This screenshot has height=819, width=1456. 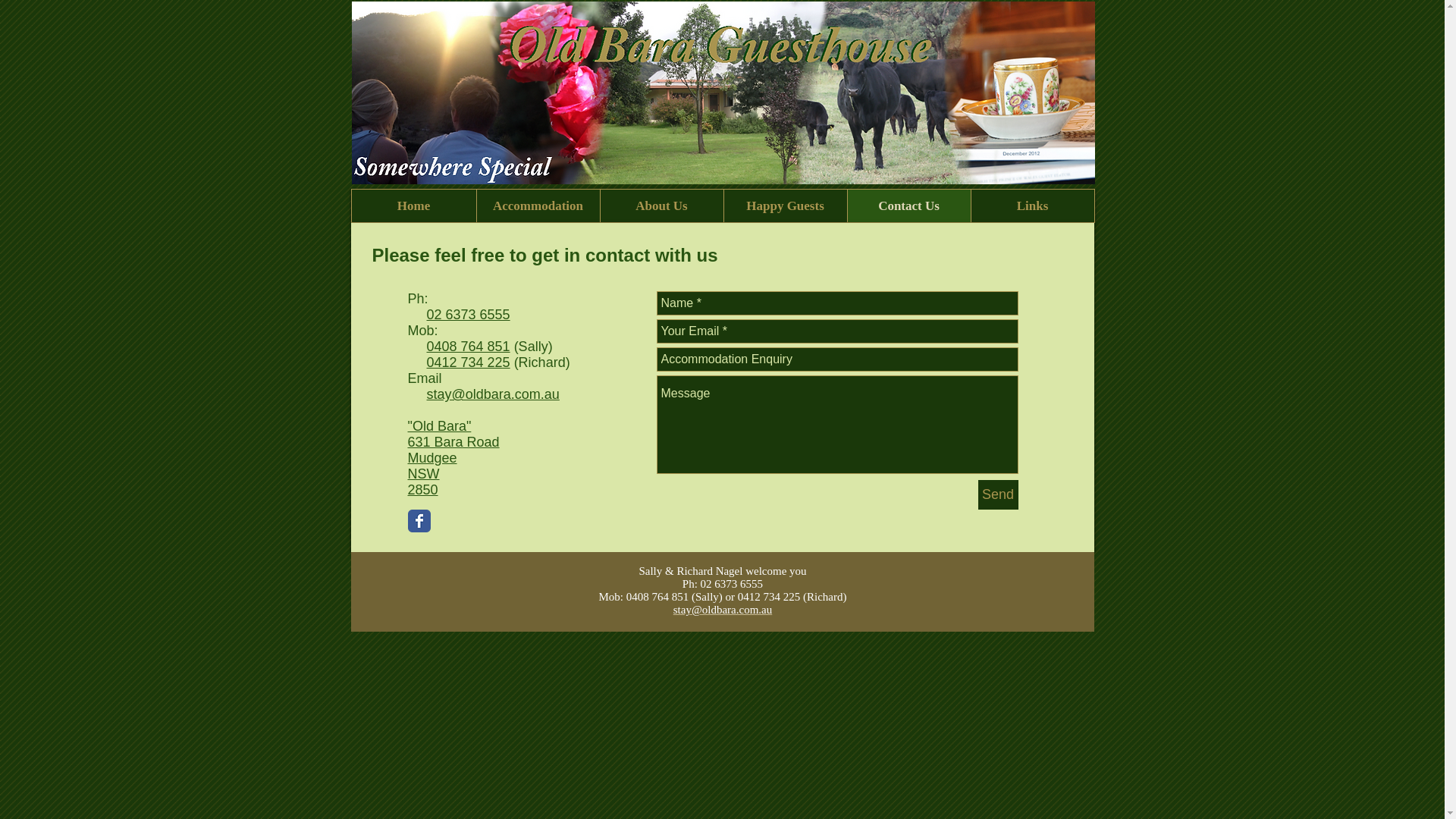 What do you see at coordinates (785, 206) in the screenshot?
I see `'Happy Guests'` at bounding box center [785, 206].